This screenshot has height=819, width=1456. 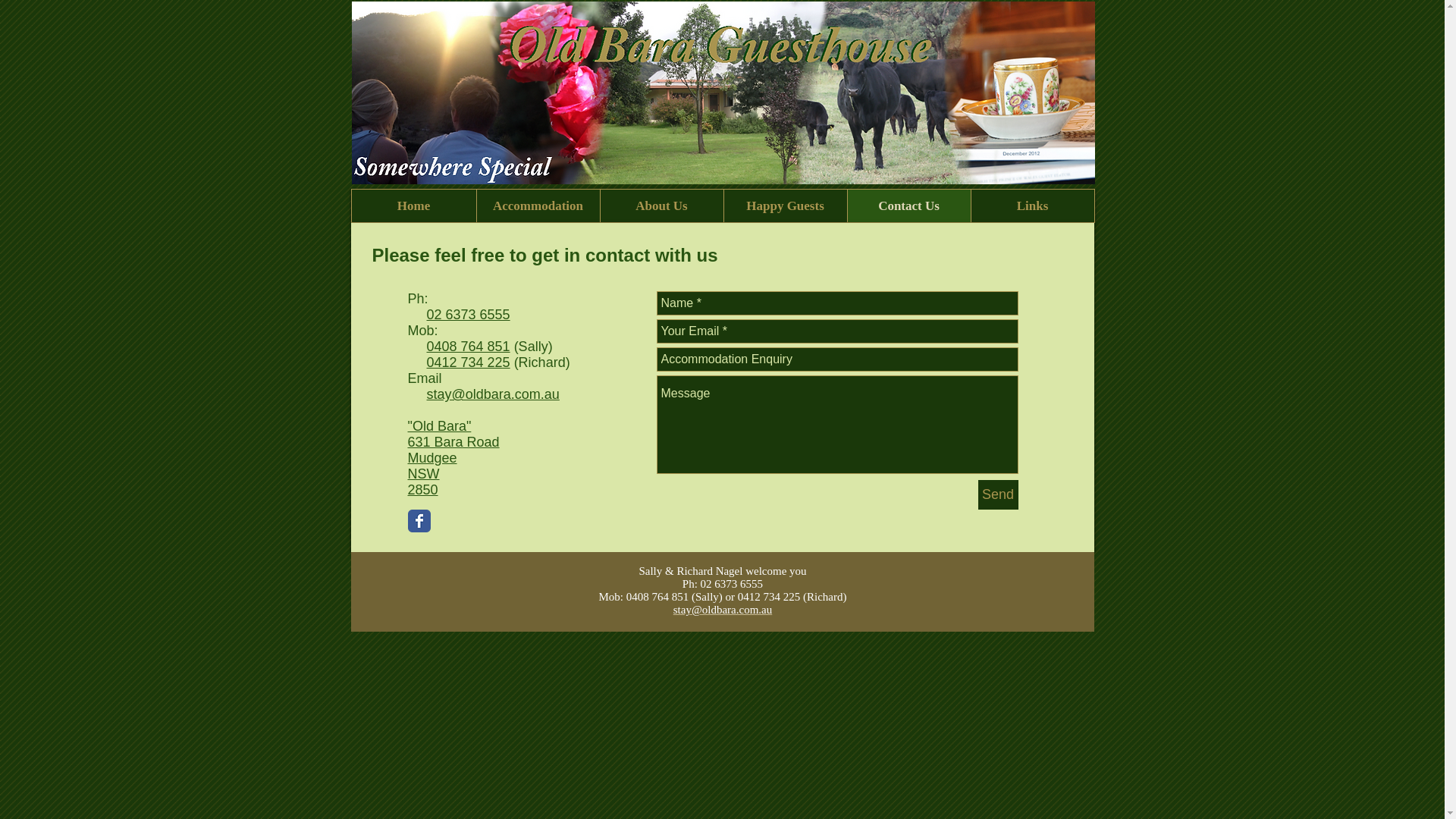 What do you see at coordinates (785, 206) in the screenshot?
I see `'Happy Guests'` at bounding box center [785, 206].